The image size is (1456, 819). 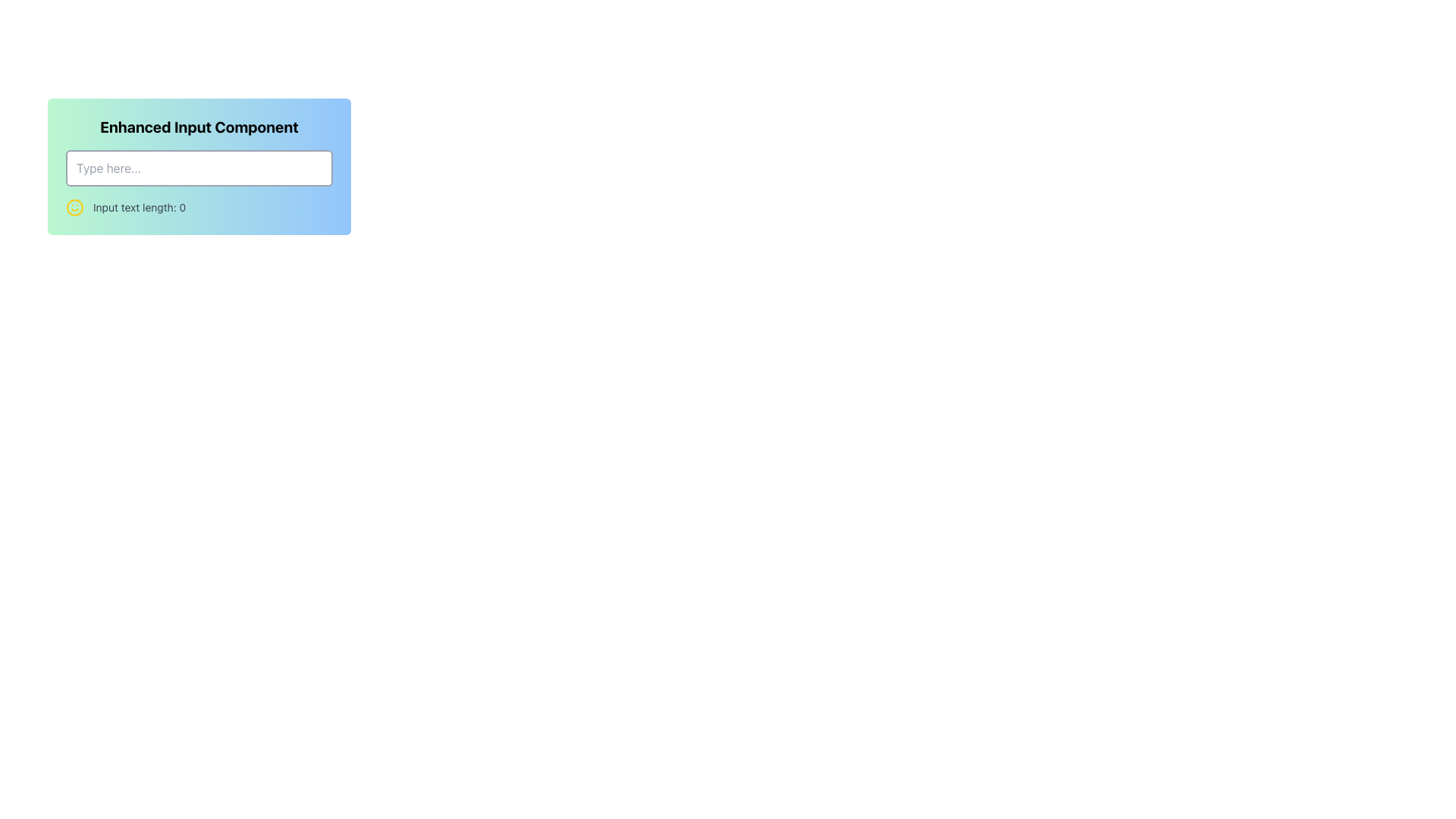 I want to click on the Text Label that displays the real-time length of the input typed in the associated text box, which is horizontally aligned to the right of a yellow smiley face icon, so click(x=140, y=207).